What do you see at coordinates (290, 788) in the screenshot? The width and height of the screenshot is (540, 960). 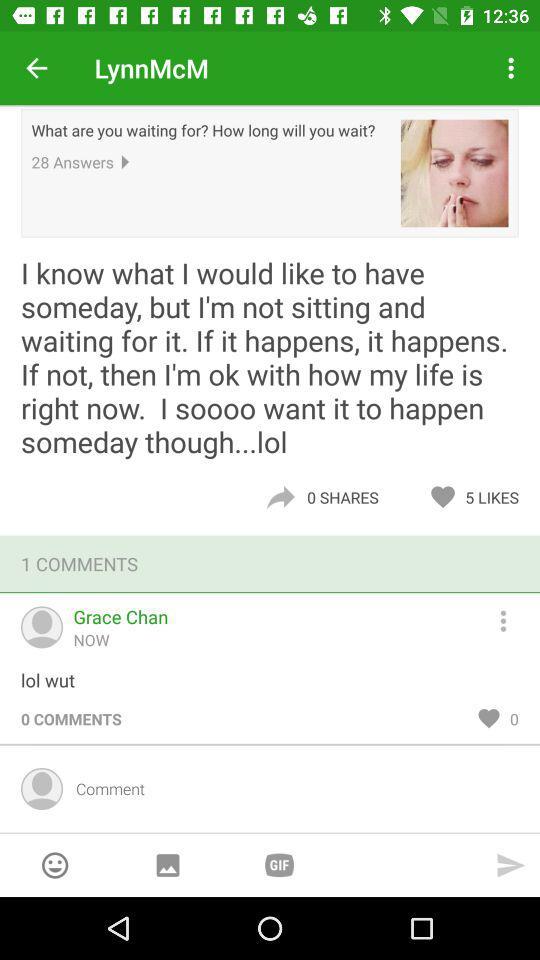 I see `comment` at bounding box center [290, 788].